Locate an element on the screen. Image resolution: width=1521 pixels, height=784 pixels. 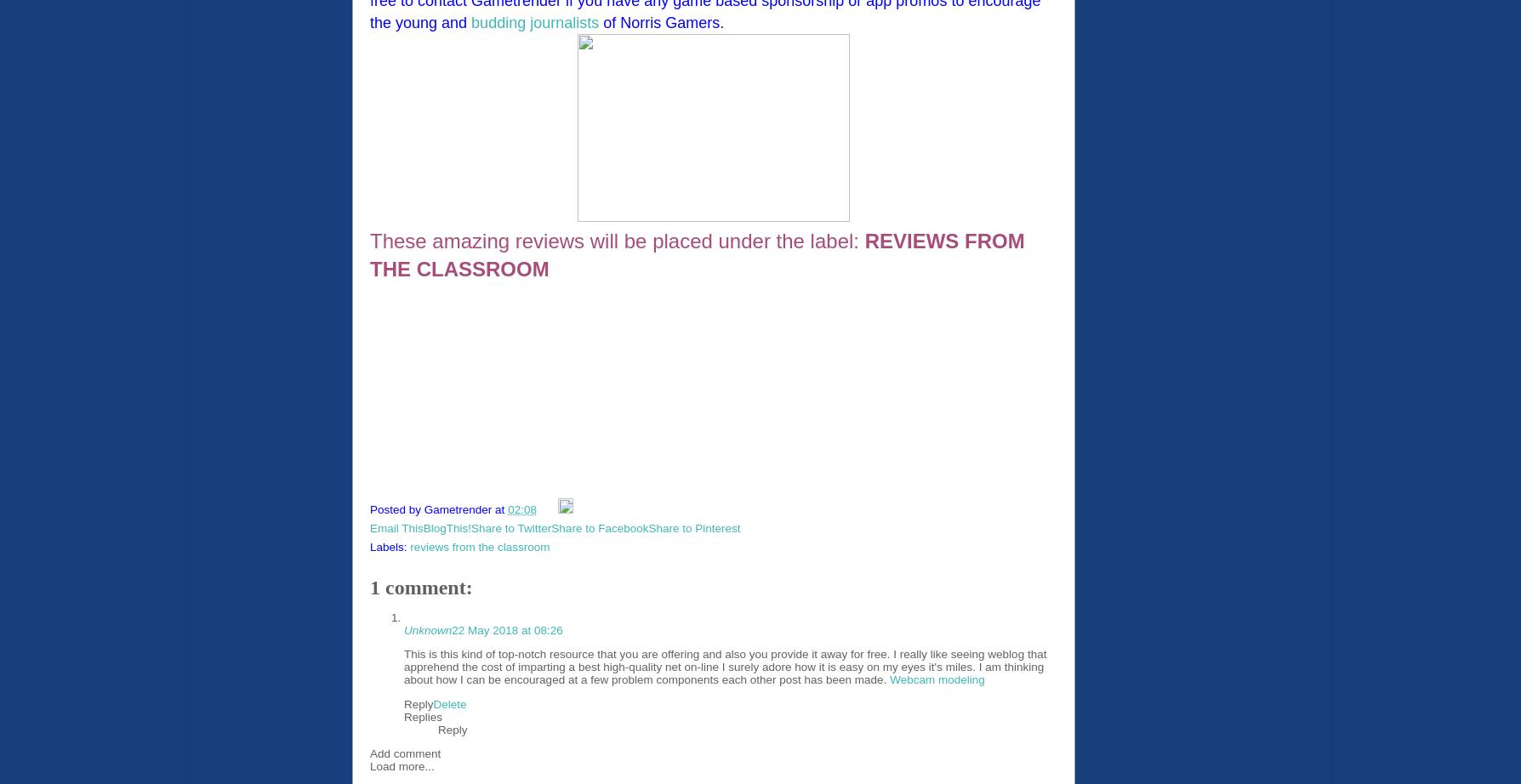
'at' is located at coordinates (501, 509).